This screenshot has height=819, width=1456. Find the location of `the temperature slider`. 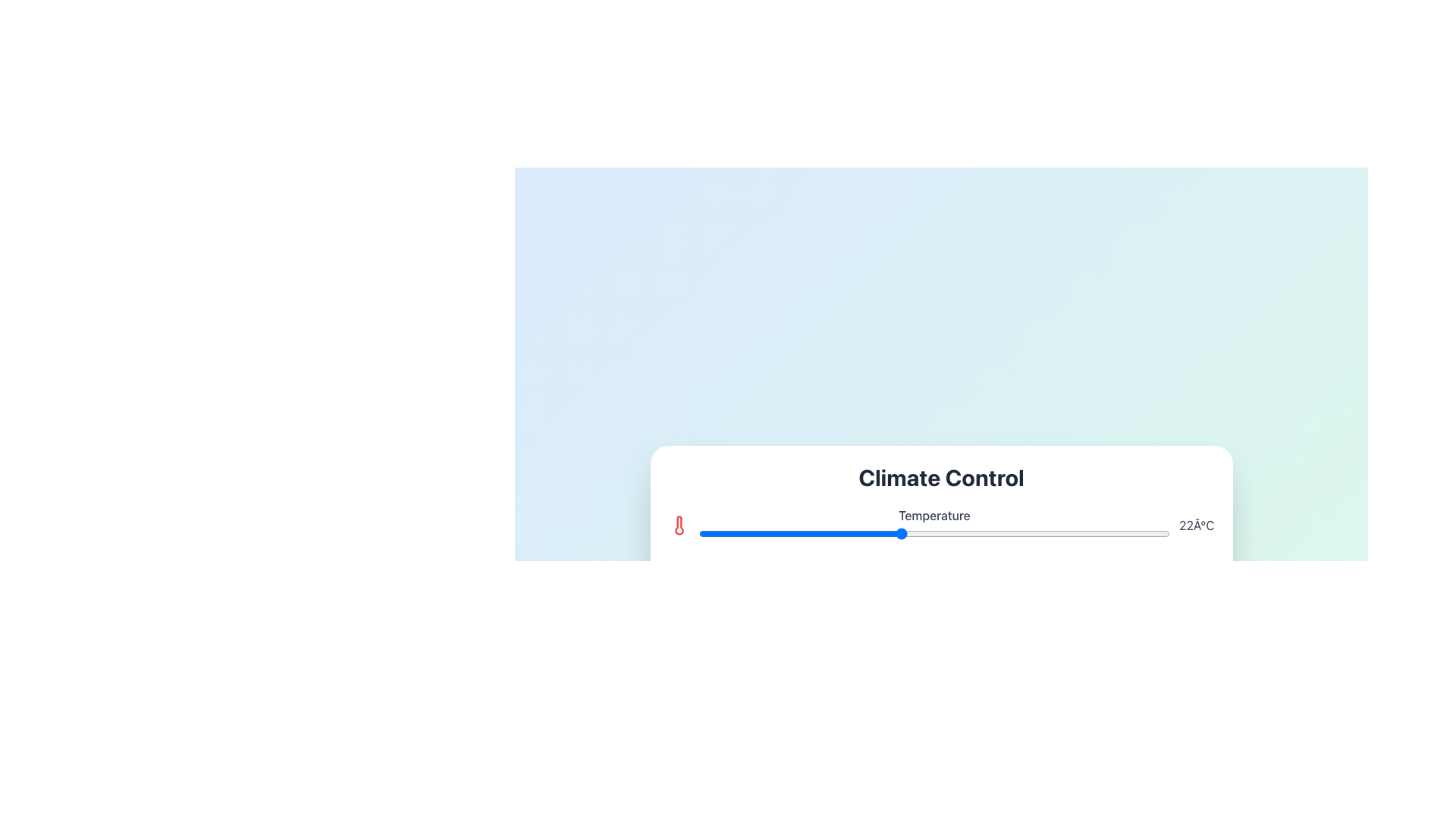

the temperature slider is located at coordinates (698, 533).